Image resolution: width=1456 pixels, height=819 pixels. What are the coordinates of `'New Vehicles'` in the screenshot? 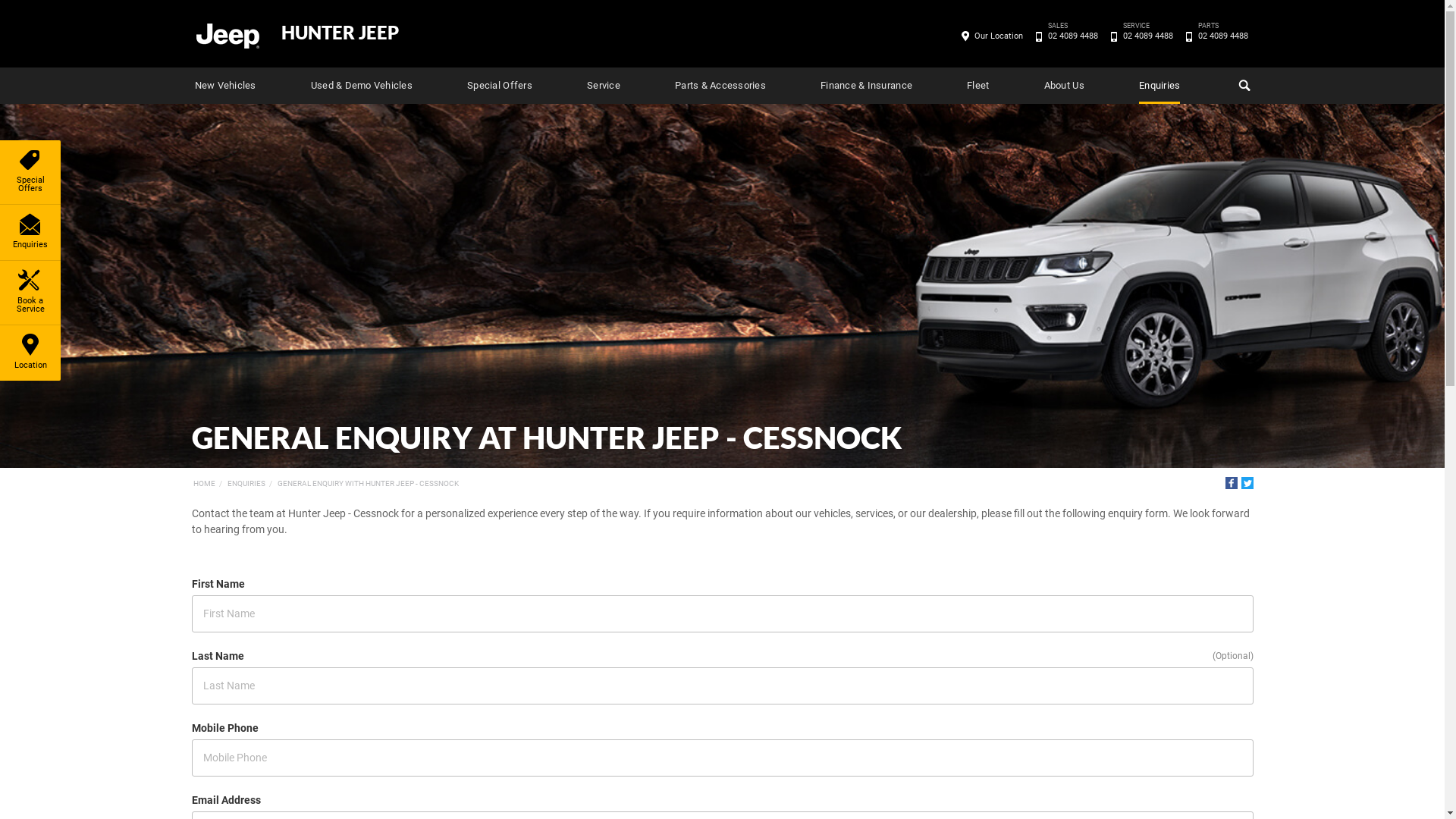 It's located at (224, 85).